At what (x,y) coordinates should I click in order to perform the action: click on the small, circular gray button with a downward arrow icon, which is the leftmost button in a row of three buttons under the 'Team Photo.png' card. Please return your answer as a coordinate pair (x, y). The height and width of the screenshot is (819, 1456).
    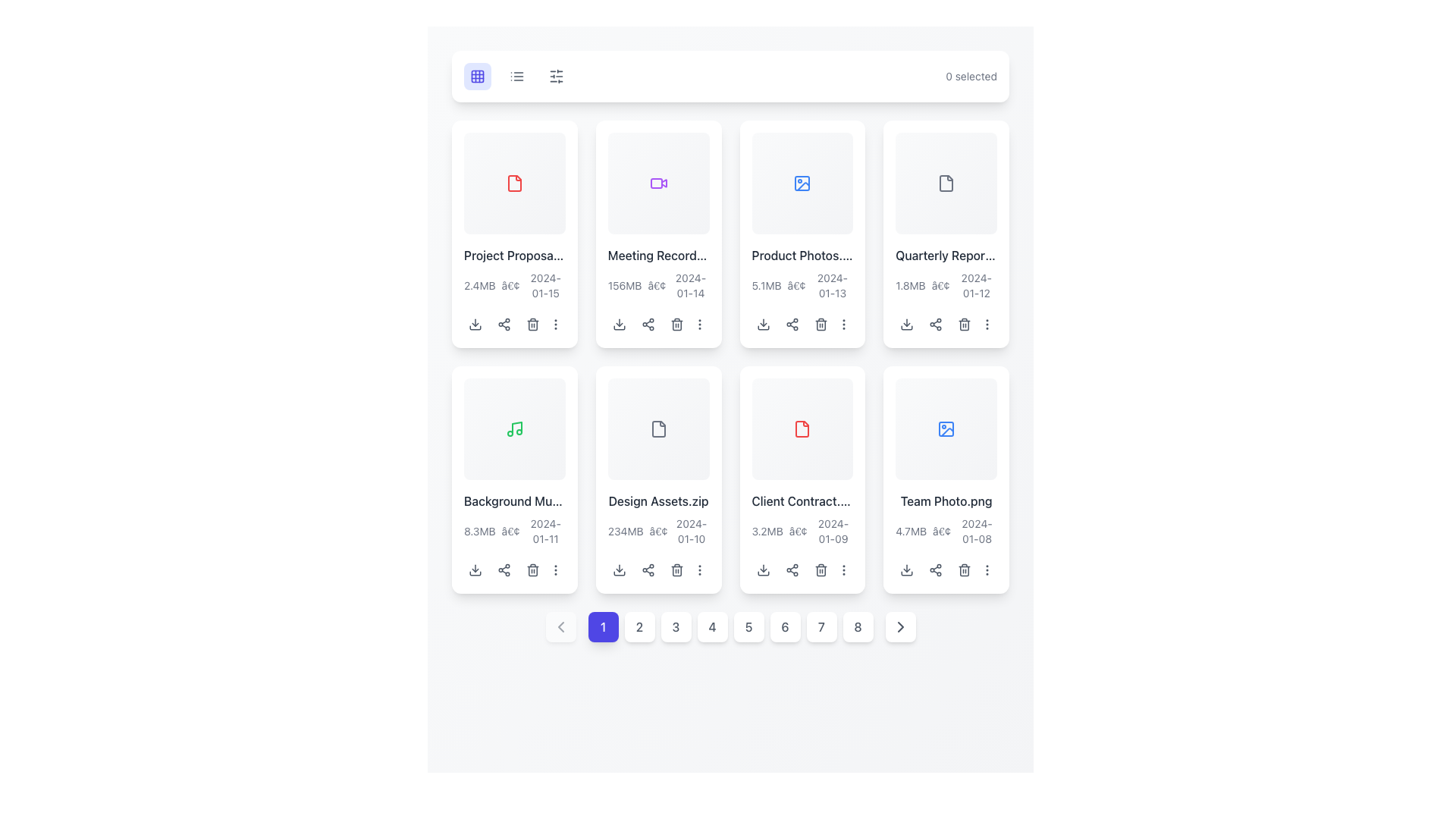
    Looking at the image, I should click on (907, 570).